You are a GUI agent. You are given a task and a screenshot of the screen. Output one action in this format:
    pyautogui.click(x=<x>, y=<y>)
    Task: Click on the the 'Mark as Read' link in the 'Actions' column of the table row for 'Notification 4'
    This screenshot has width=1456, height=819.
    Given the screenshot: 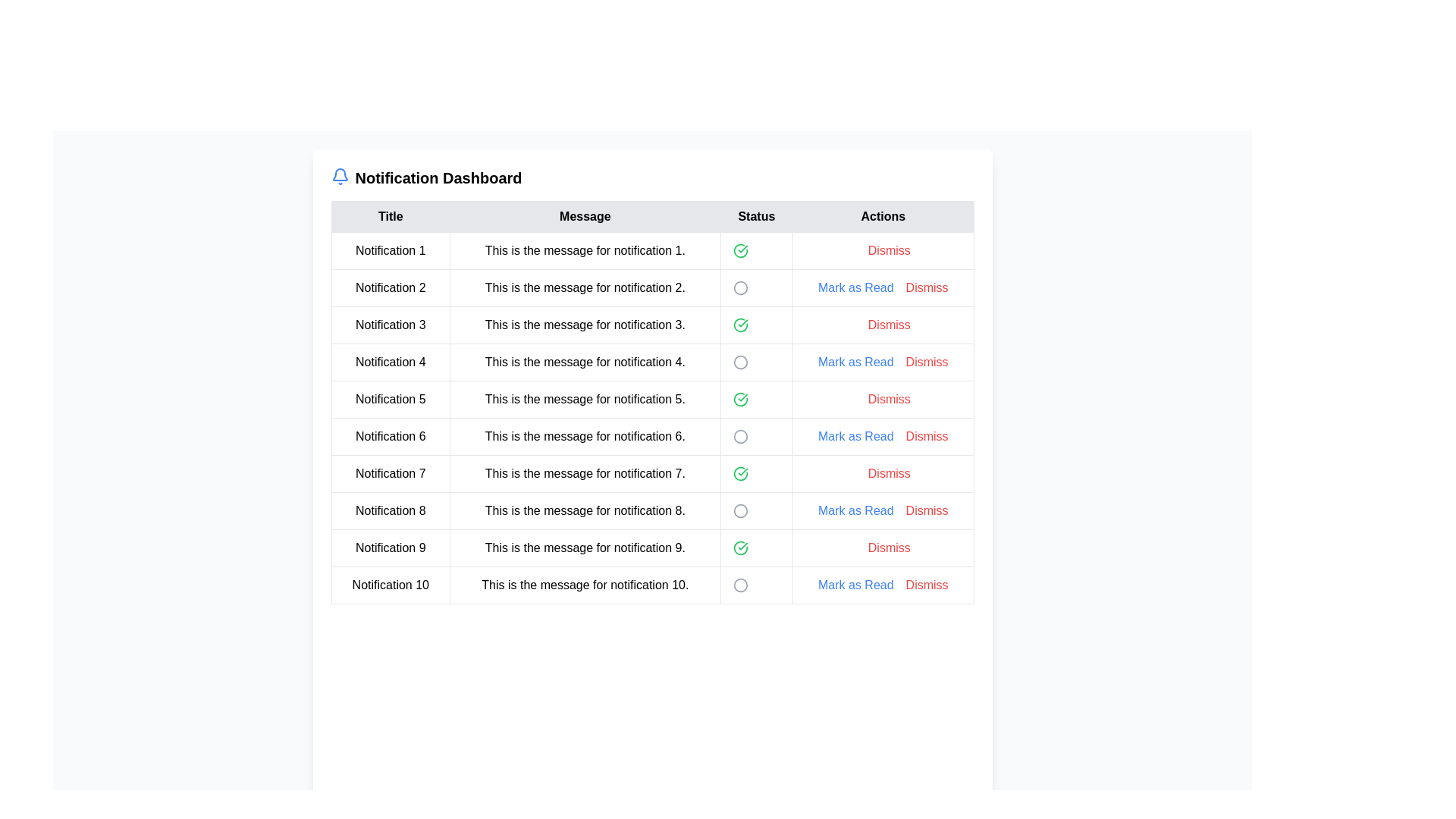 What is the action you would take?
    pyautogui.click(x=855, y=362)
    